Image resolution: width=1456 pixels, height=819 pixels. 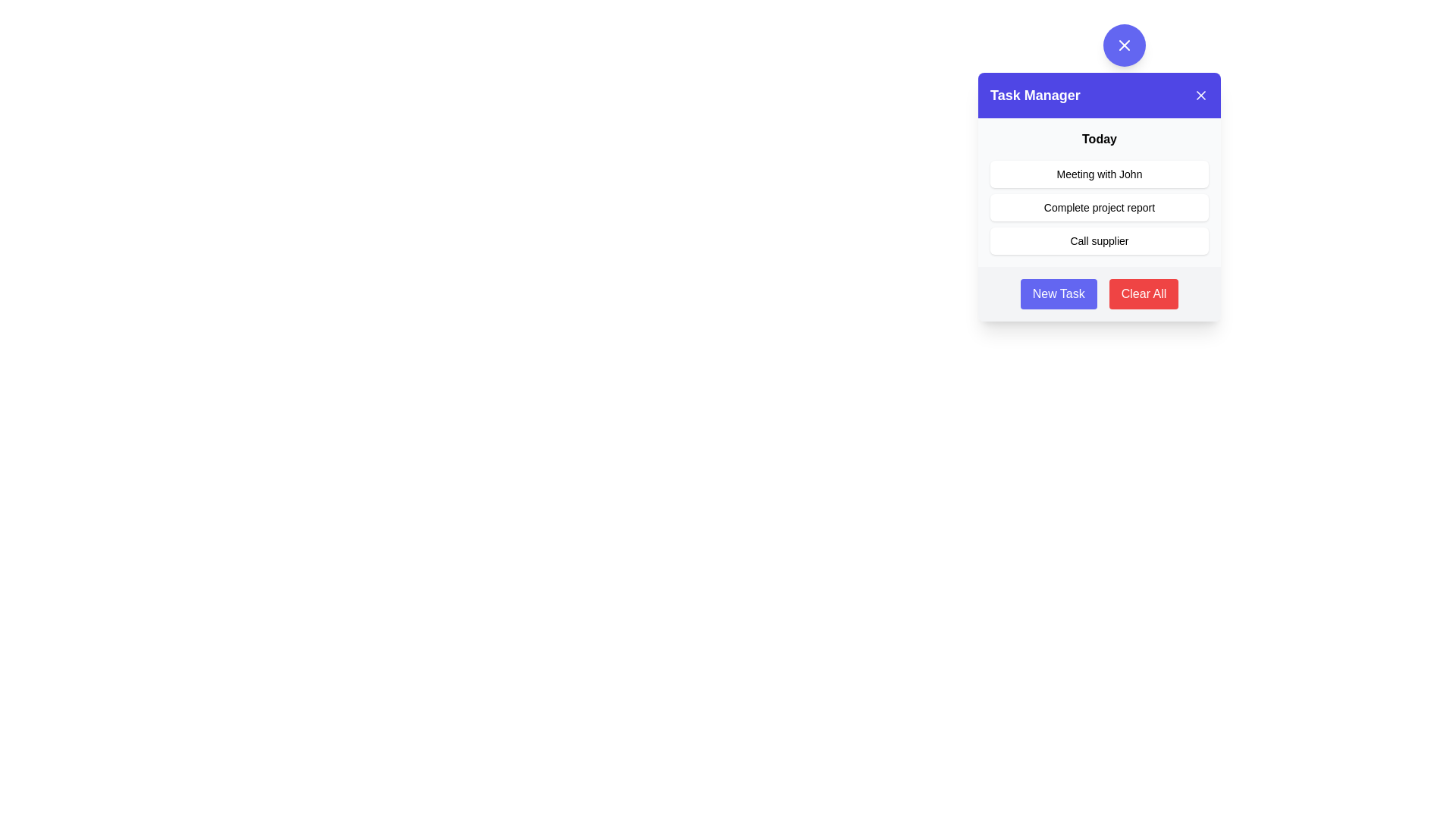 I want to click on the small square blue button with an 'X' icon located at the top-right corner of the header section in the modal dialog titled 'Task Manager', so click(x=1200, y=96).